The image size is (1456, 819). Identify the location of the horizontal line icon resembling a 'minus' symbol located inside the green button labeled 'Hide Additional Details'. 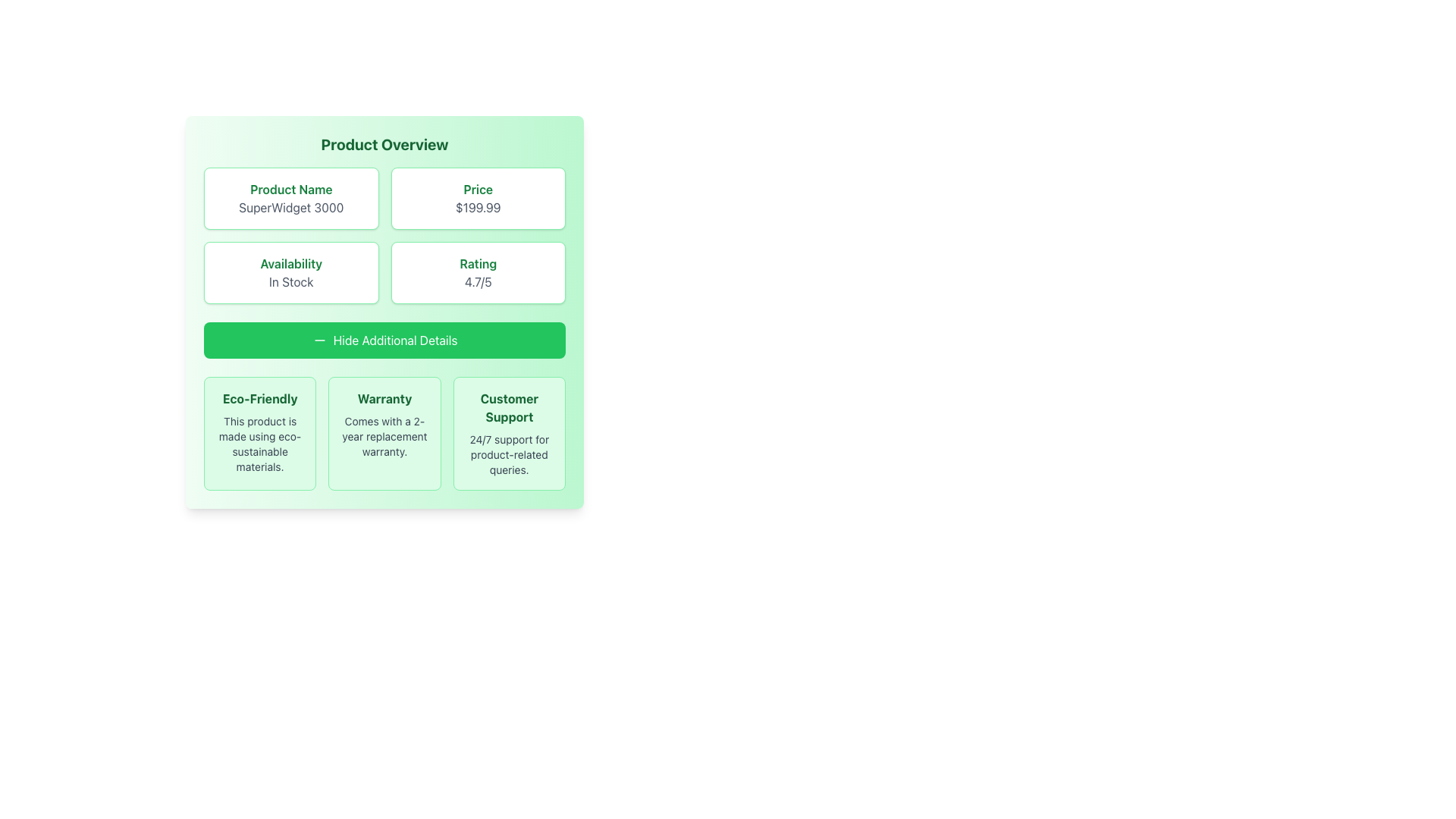
(318, 339).